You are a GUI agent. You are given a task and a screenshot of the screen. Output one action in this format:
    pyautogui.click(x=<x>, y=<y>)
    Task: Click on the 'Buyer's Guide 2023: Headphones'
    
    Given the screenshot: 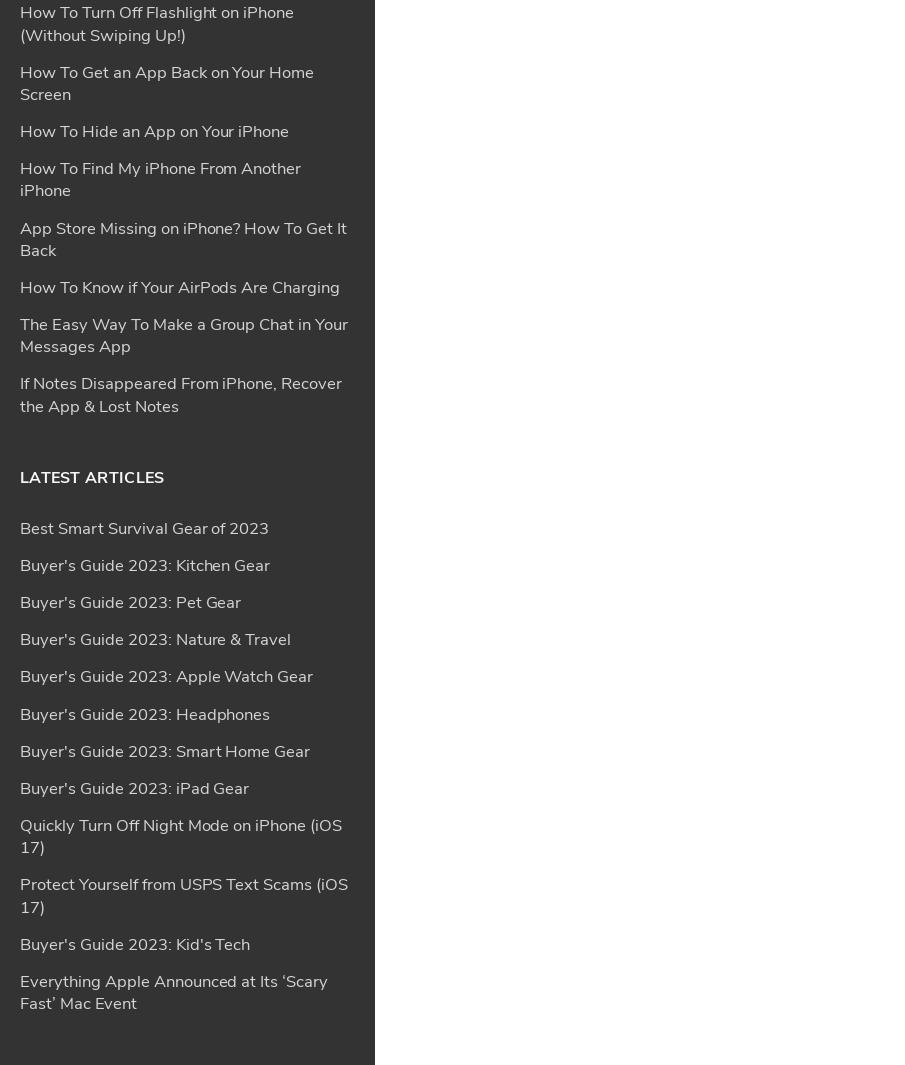 What is the action you would take?
    pyautogui.click(x=143, y=125)
    